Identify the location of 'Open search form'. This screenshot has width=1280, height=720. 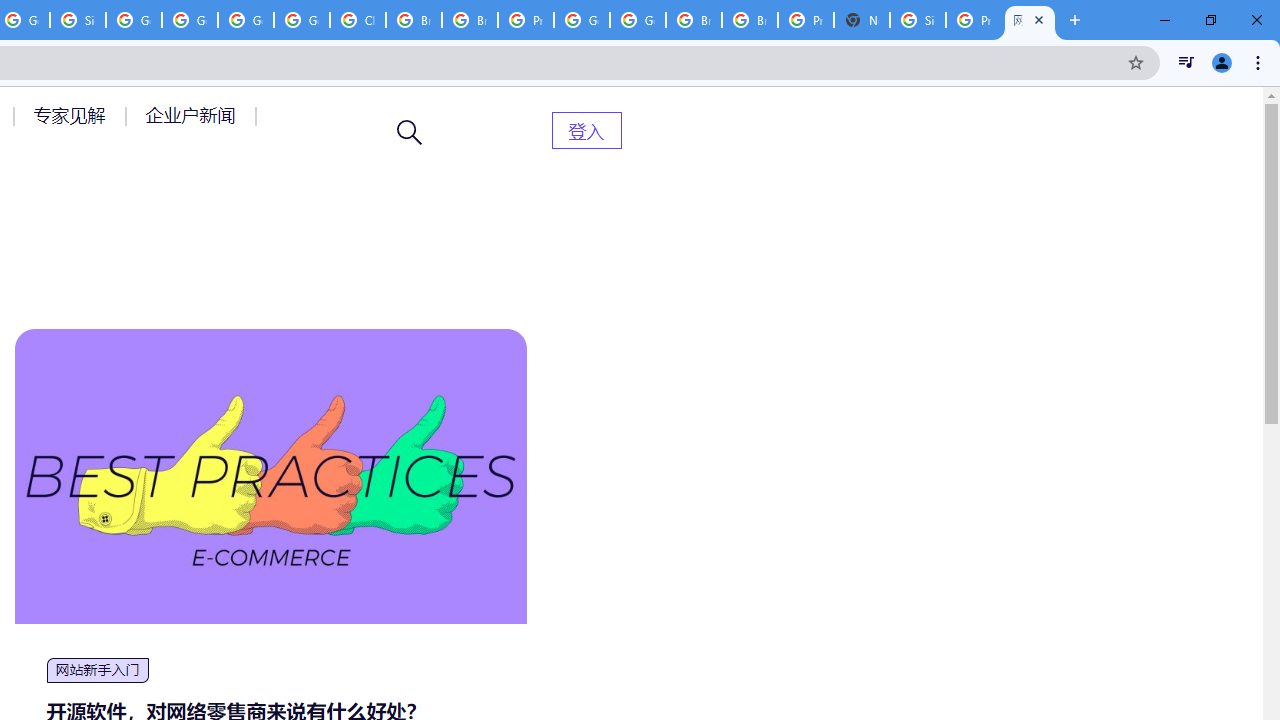
(409, 132).